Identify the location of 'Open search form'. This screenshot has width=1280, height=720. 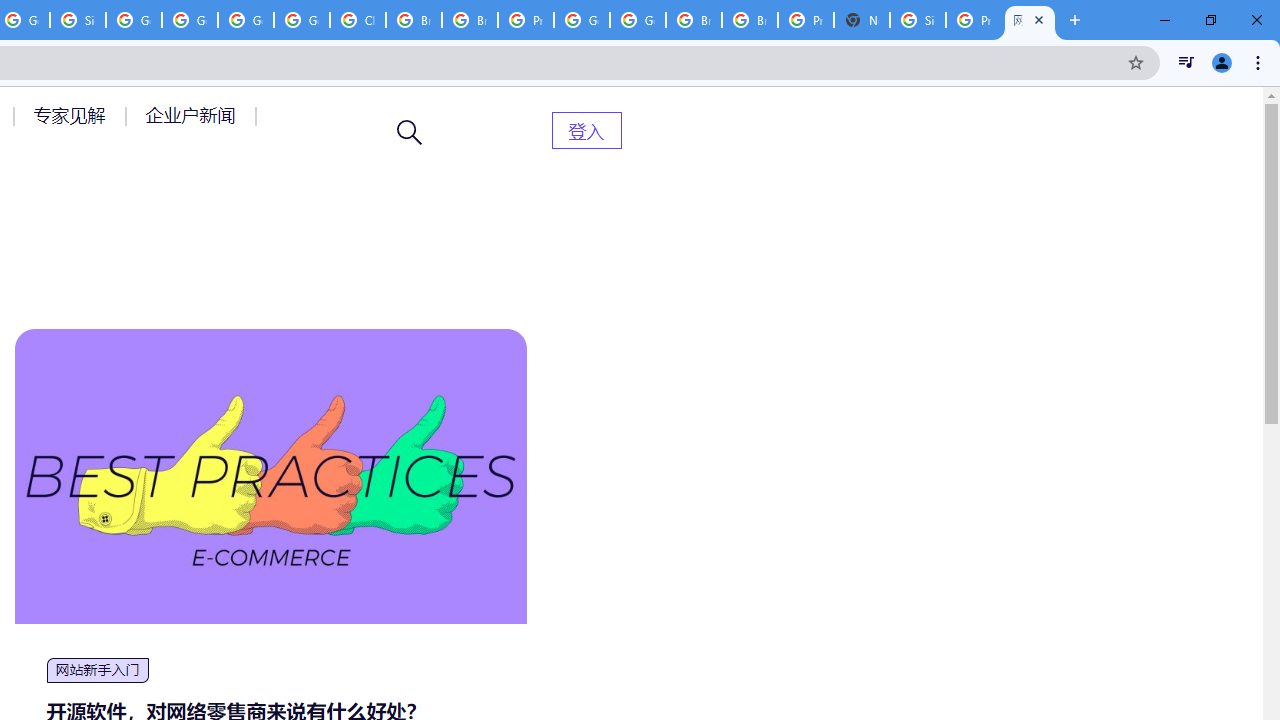
(409, 132).